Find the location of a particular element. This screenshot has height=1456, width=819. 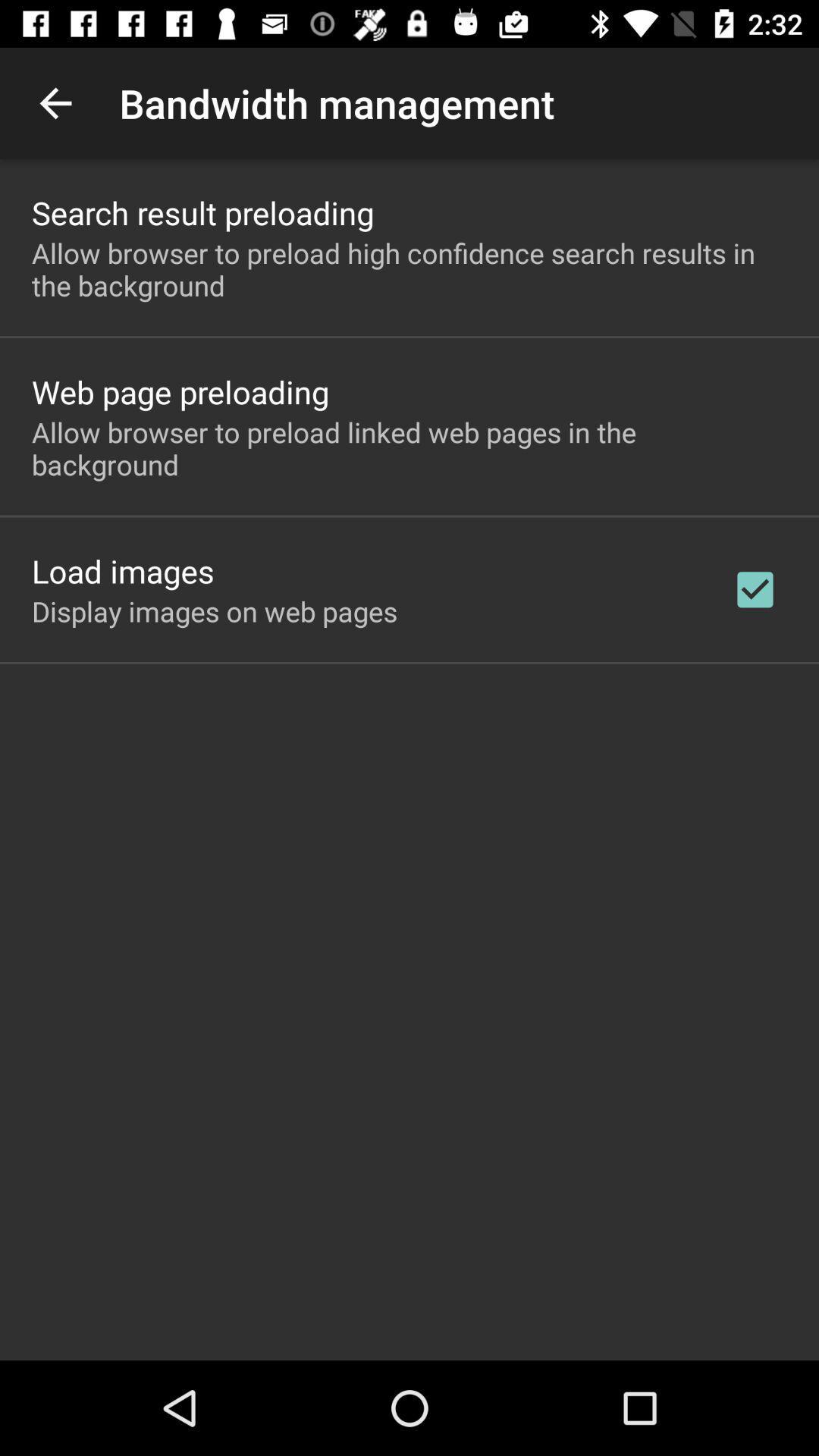

search result preloading is located at coordinates (202, 212).